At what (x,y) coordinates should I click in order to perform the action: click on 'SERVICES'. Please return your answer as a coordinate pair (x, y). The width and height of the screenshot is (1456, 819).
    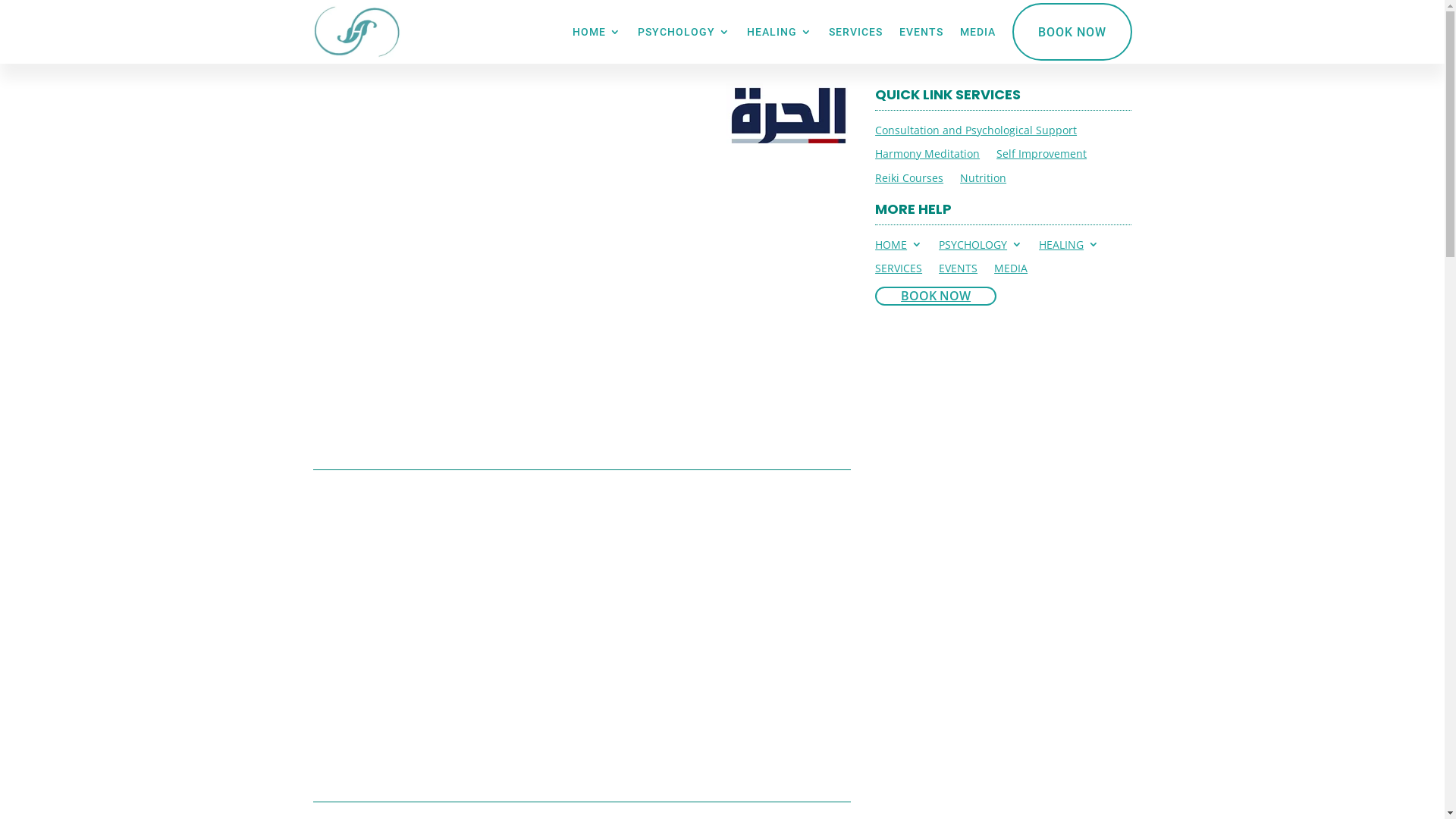
    Looking at the image, I should click on (855, 32).